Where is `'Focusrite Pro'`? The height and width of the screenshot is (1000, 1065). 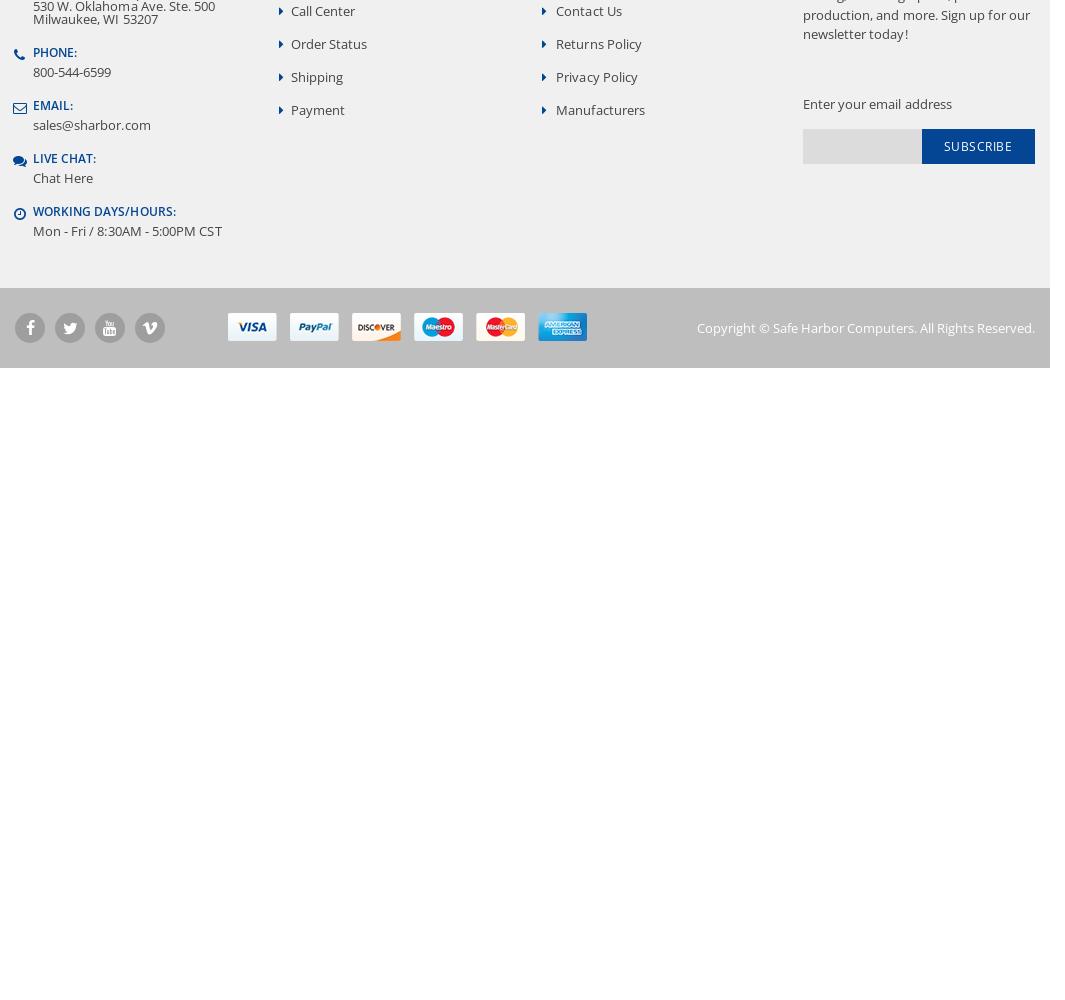
'Focusrite Pro' is located at coordinates (93, 23).